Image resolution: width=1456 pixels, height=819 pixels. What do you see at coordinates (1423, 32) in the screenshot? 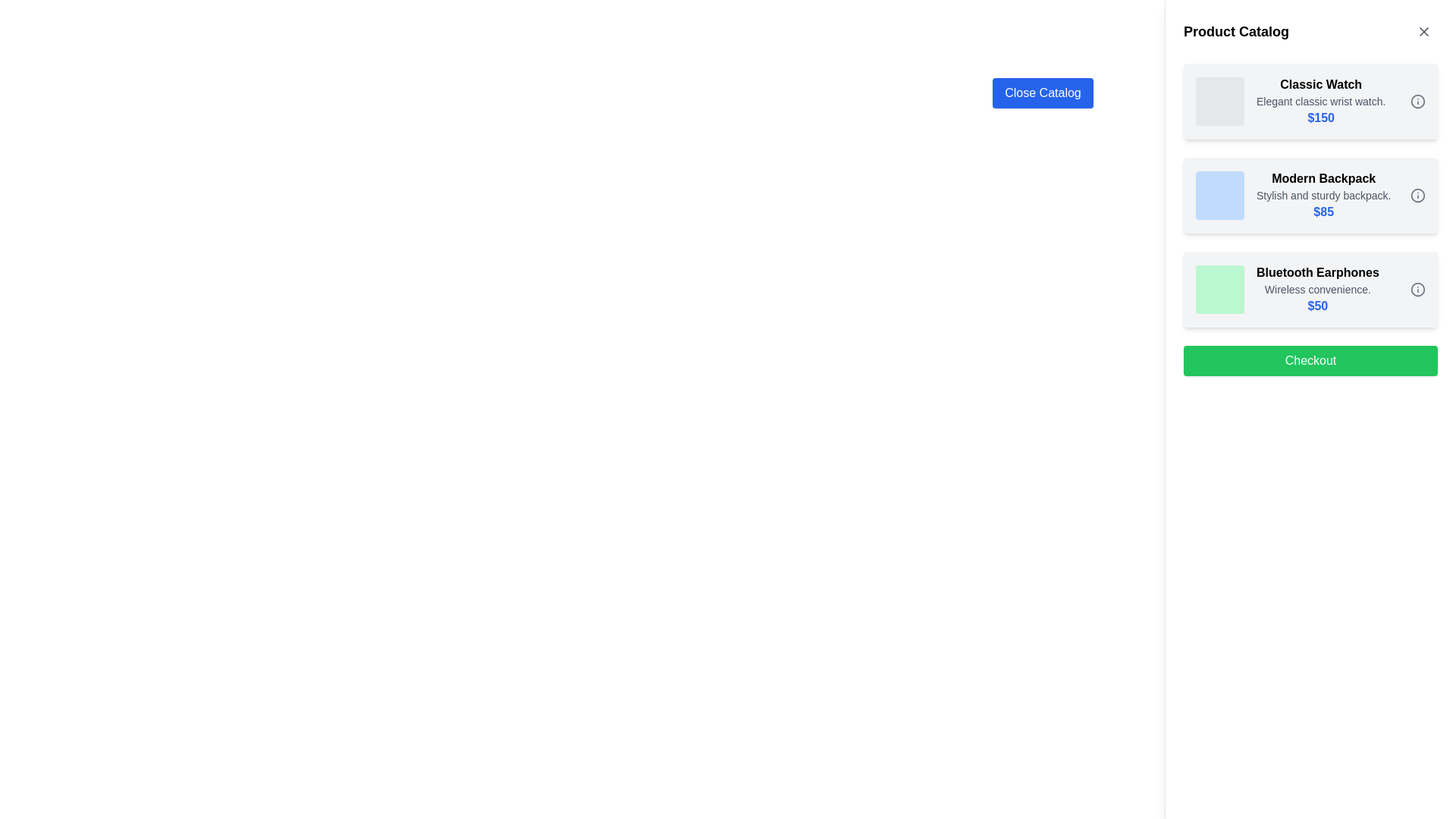
I see `the close button icon (represented by an 'X') located in the top-right corner of the 'Product Catalog' sidebar` at bounding box center [1423, 32].